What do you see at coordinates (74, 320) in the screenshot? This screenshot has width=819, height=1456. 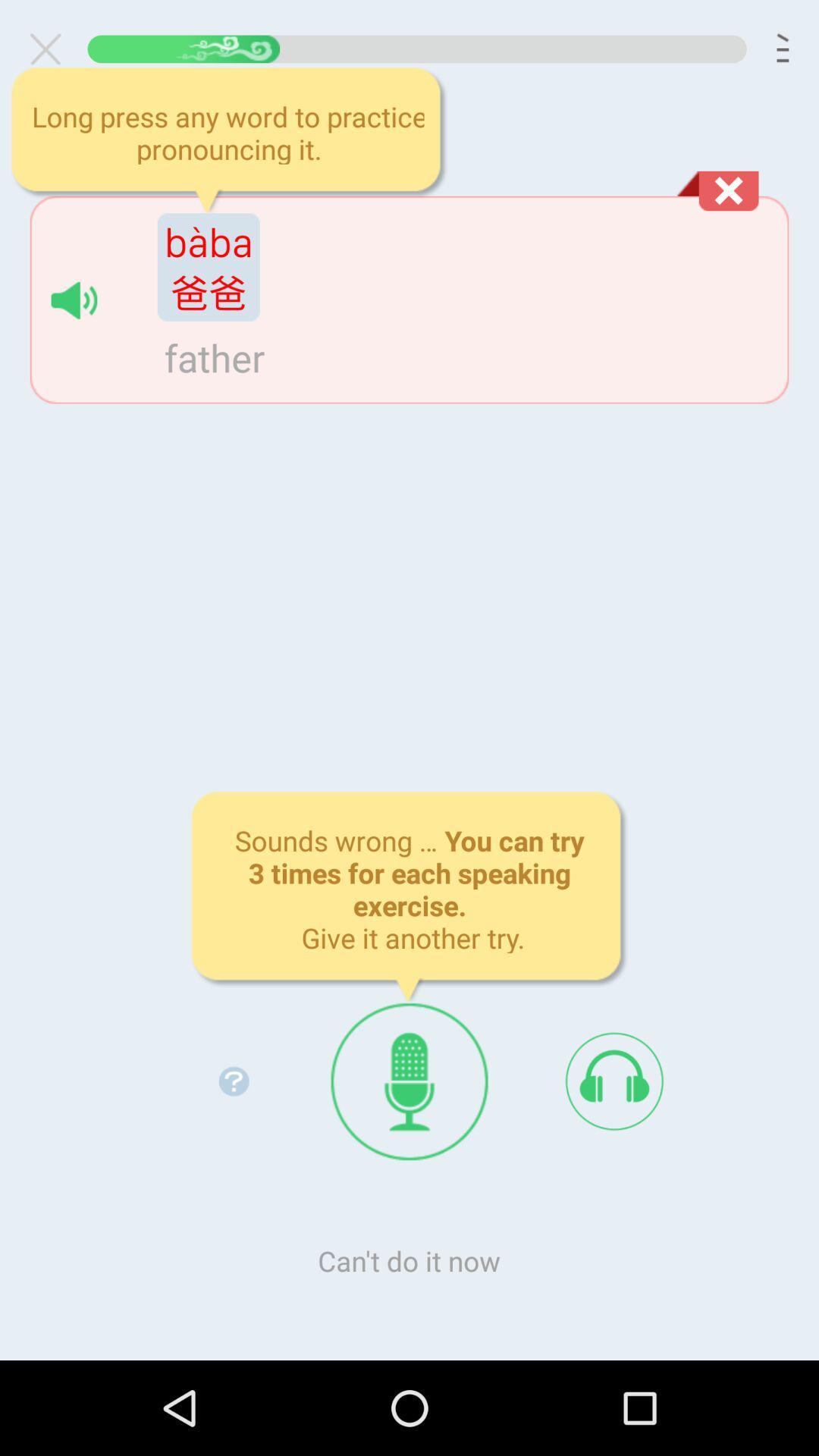 I see `the volume icon` at bounding box center [74, 320].